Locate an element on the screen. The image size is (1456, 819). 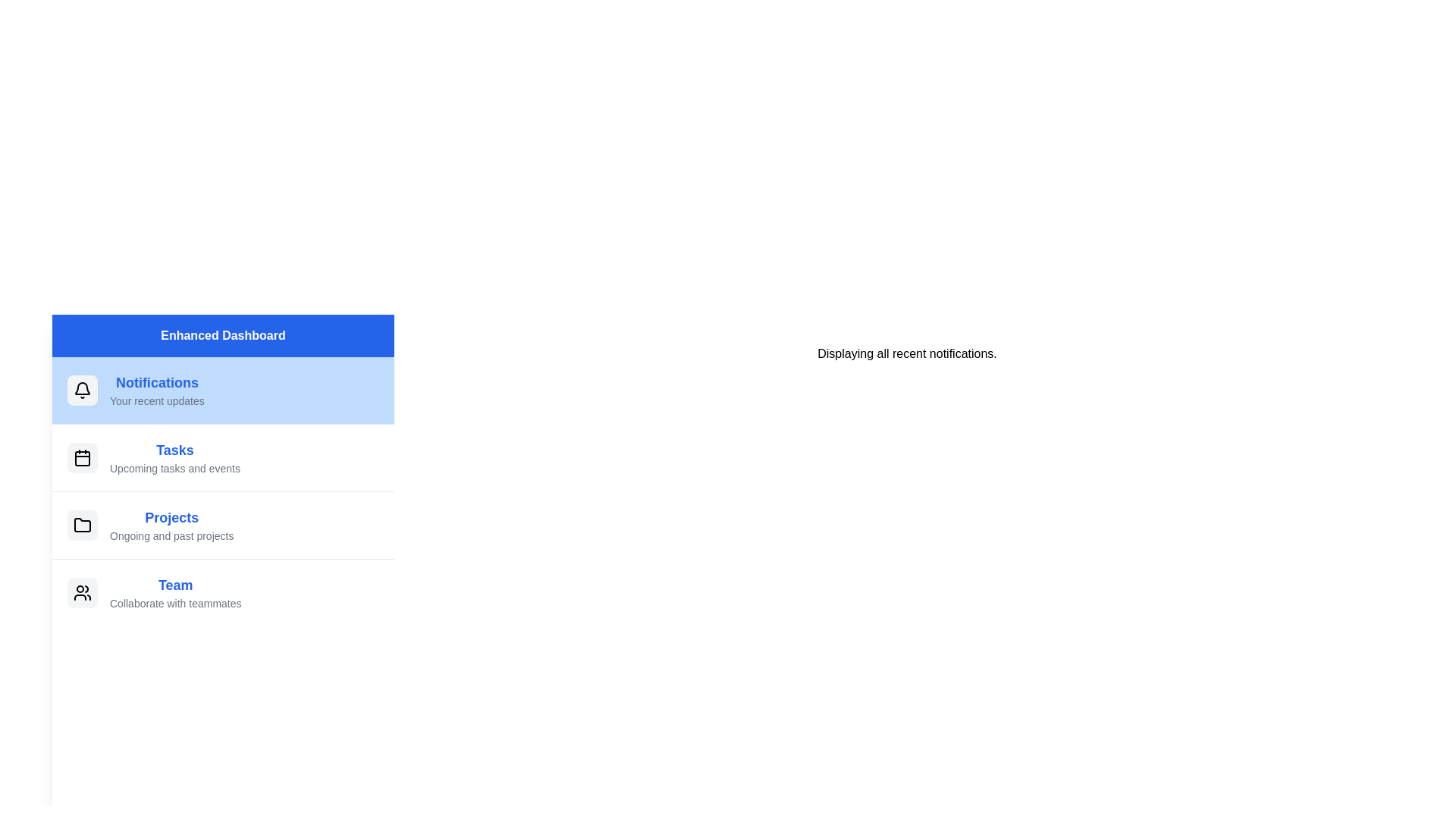
the menu item Team to access its context menu is located at coordinates (222, 591).